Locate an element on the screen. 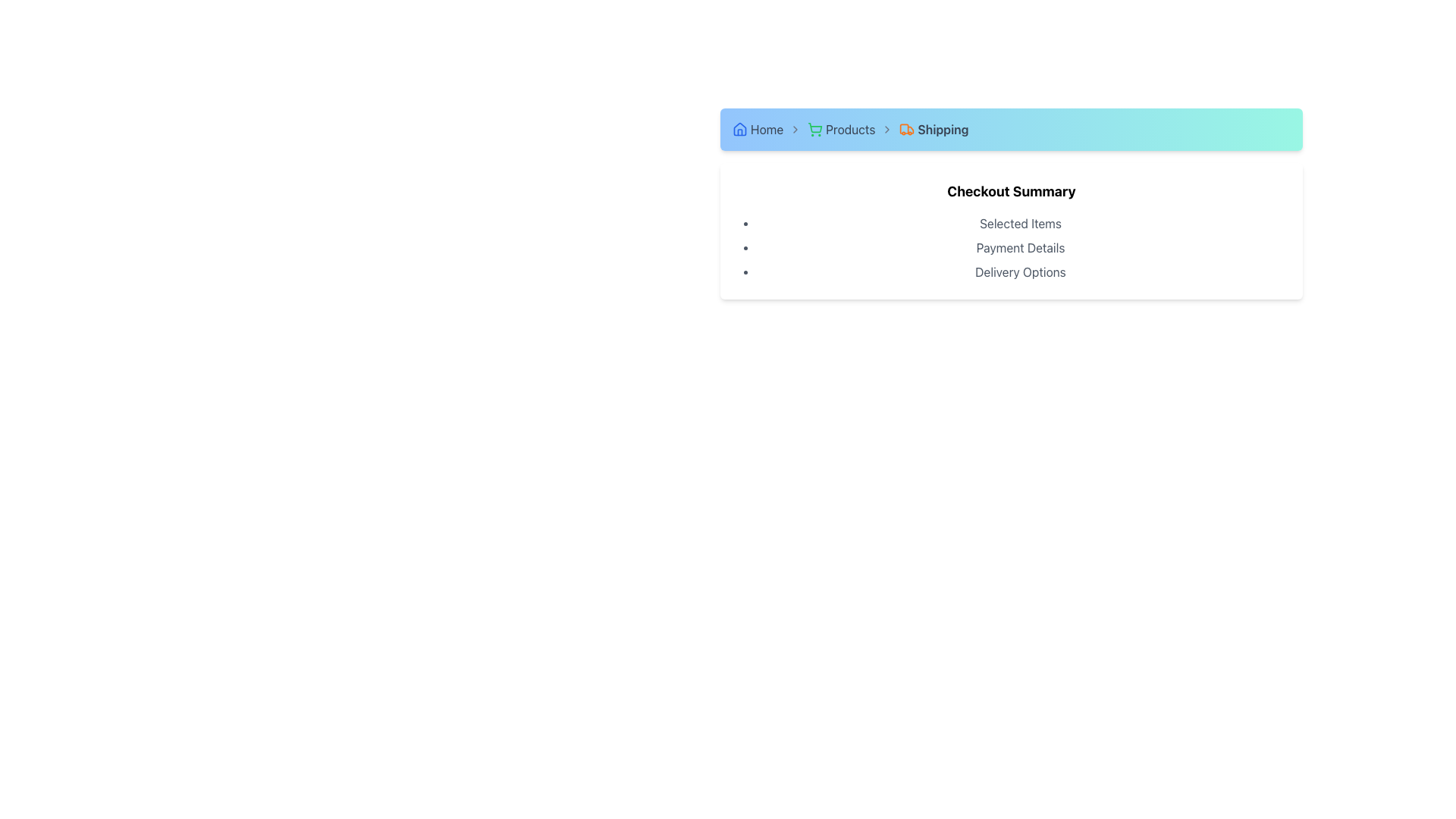 The image size is (1456, 819). the 'Payment Details' text label which is the second item in the vertical list under the 'Checkout Summary' header is located at coordinates (1020, 247).